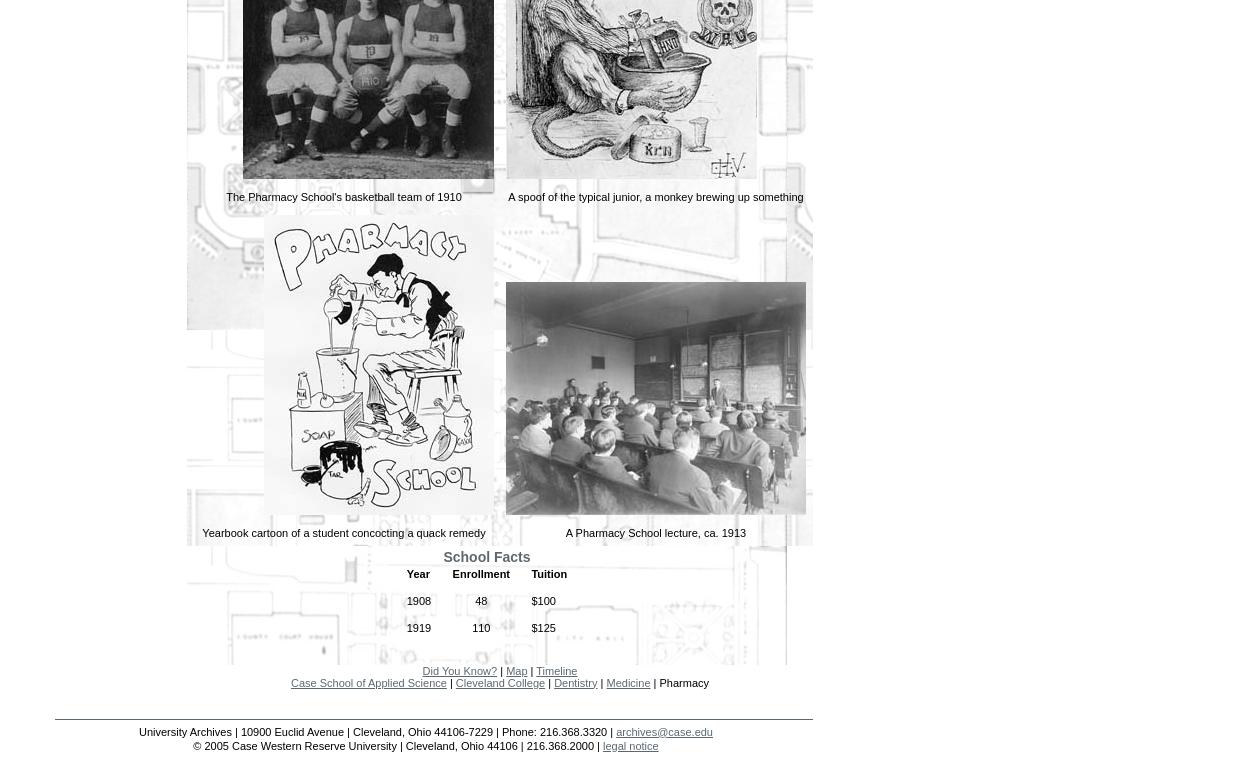 The height and width of the screenshot is (766, 1250). What do you see at coordinates (201, 532) in the screenshot?
I see `'Yearbook cartoon of a student concocting a quack remedy'` at bounding box center [201, 532].